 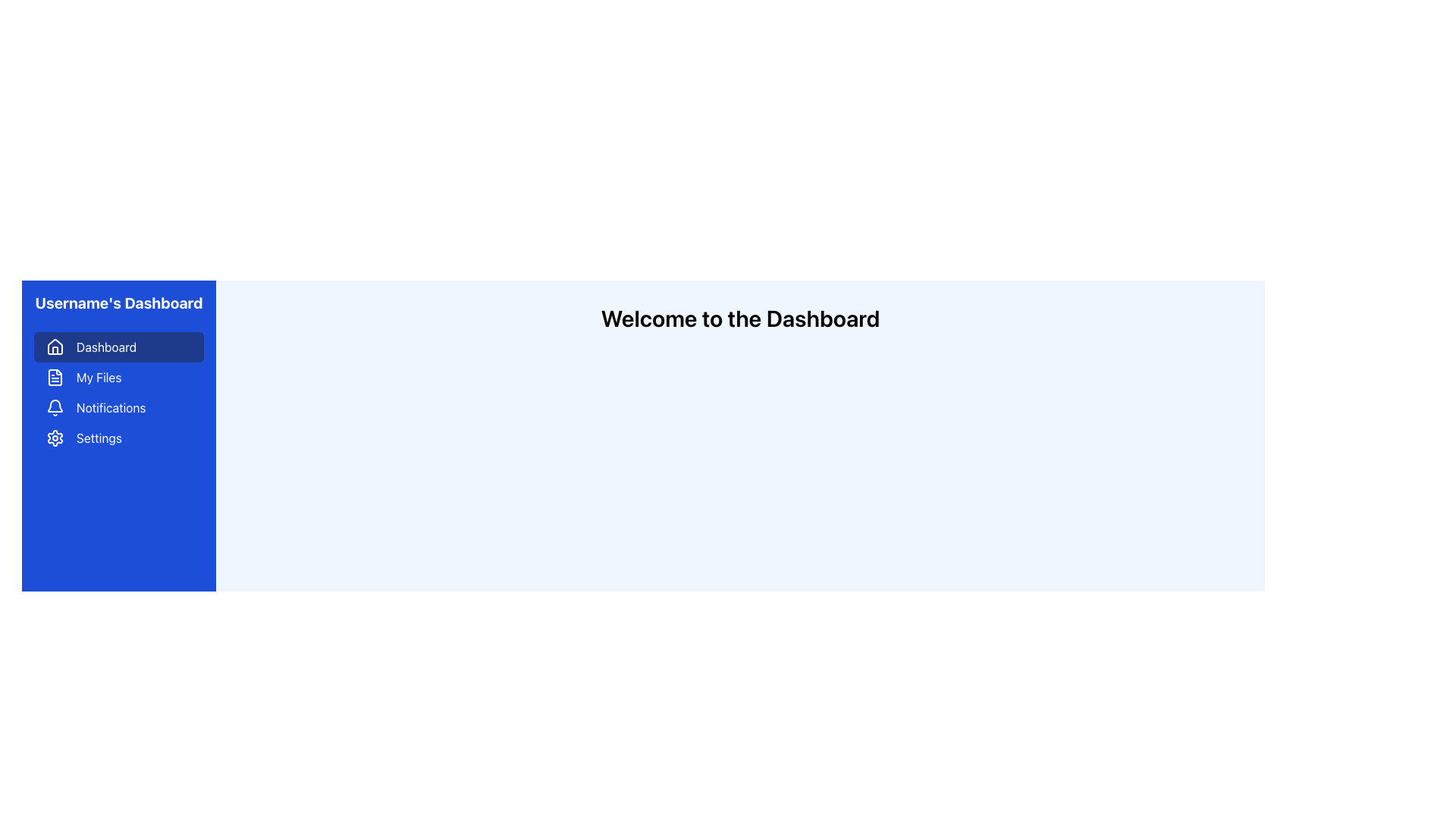 I want to click on the house-shaped icon on the left side of the 'Dashboard' button, so click(x=55, y=347).